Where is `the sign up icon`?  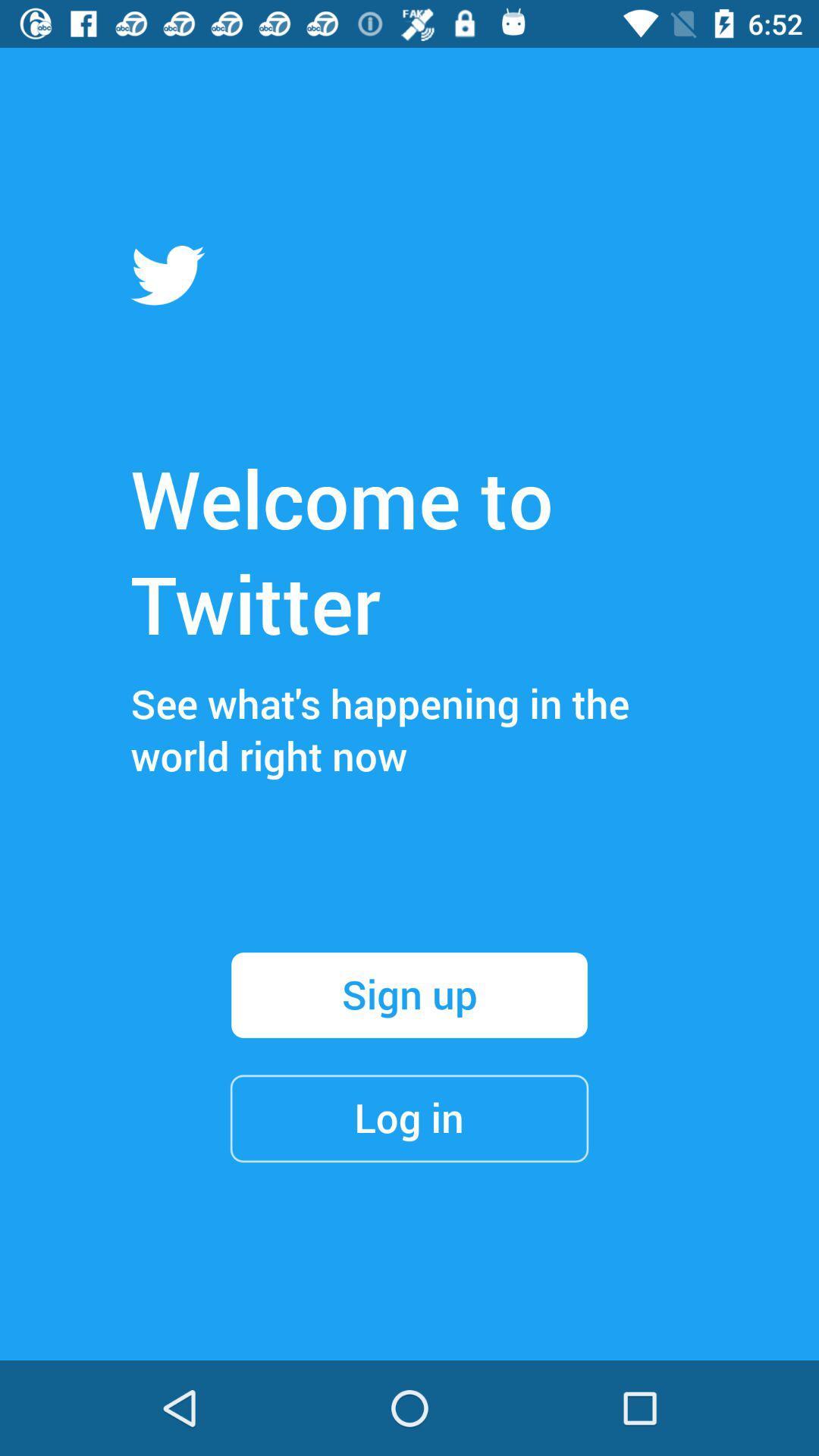
the sign up icon is located at coordinates (409, 995).